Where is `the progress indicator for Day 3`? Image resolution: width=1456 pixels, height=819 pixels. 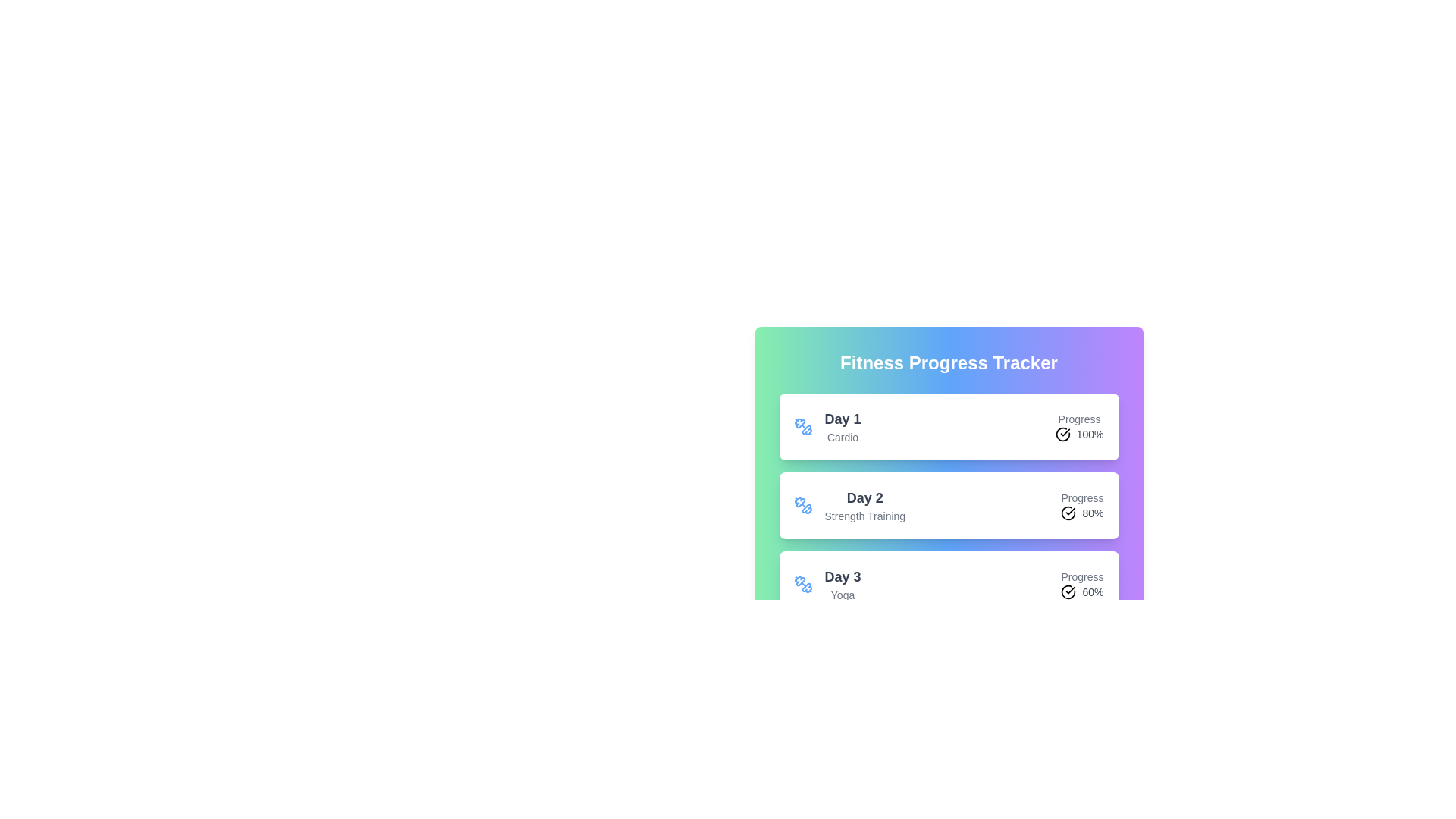 the progress indicator for Day 3 is located at coordinates (1081, 584).